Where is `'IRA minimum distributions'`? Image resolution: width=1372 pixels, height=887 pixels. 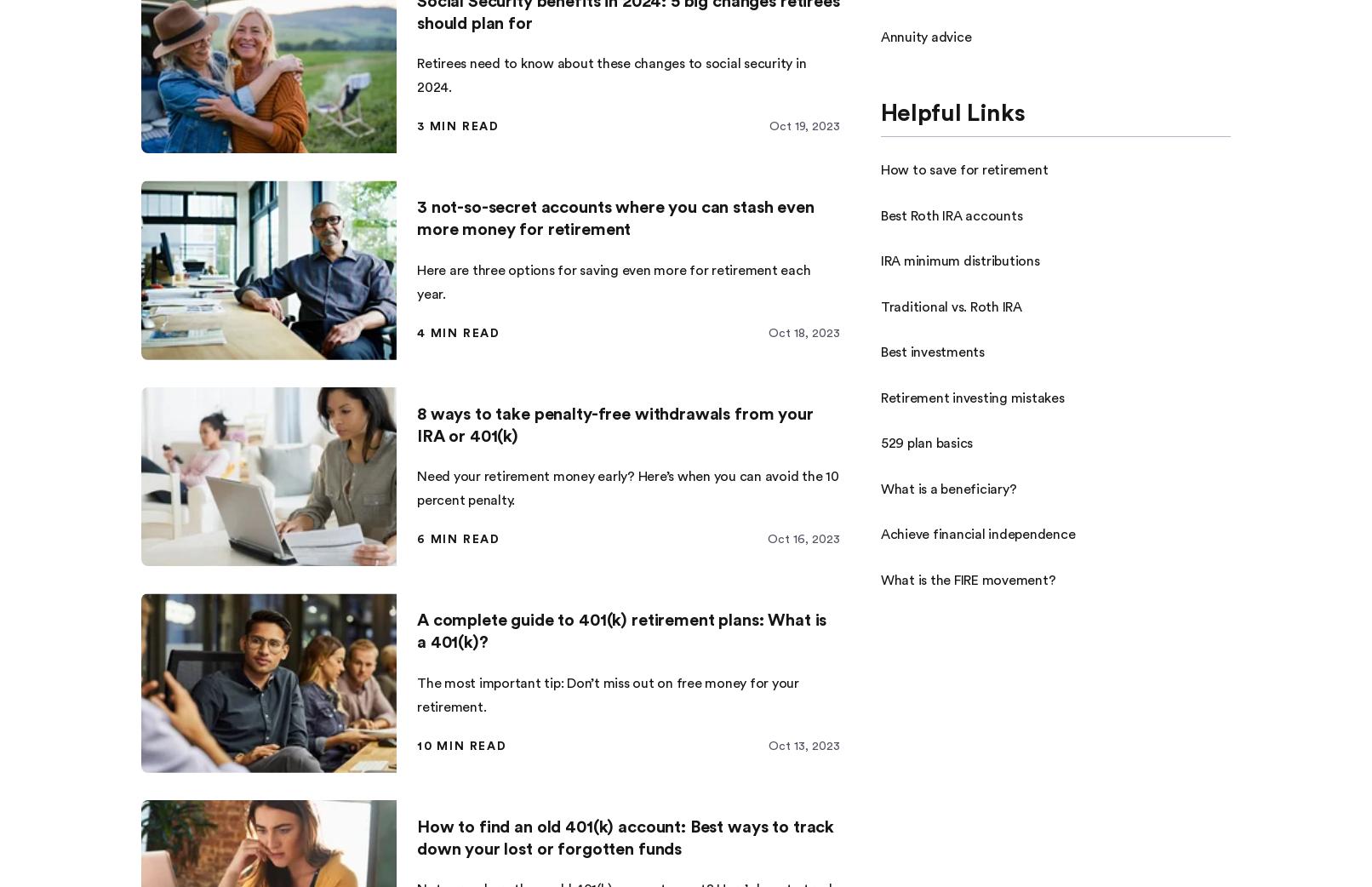 'IRA minimum distributions' is located at coordinates (959, 260).